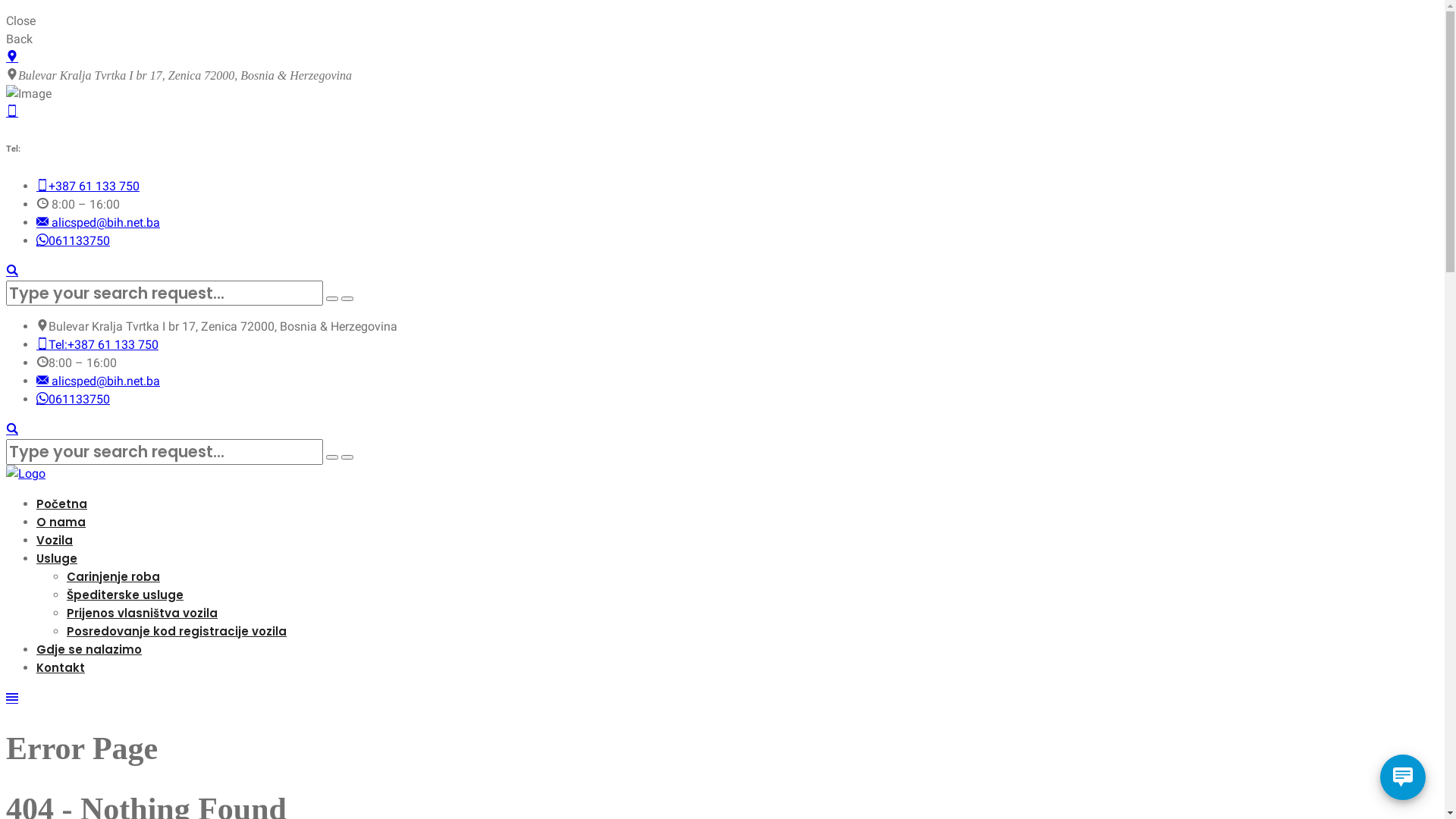 This screenshot has height=819, width=1456. Describe the element at coordinates (57, 558) in the screenshot. I see `'Usluge'` at that location.